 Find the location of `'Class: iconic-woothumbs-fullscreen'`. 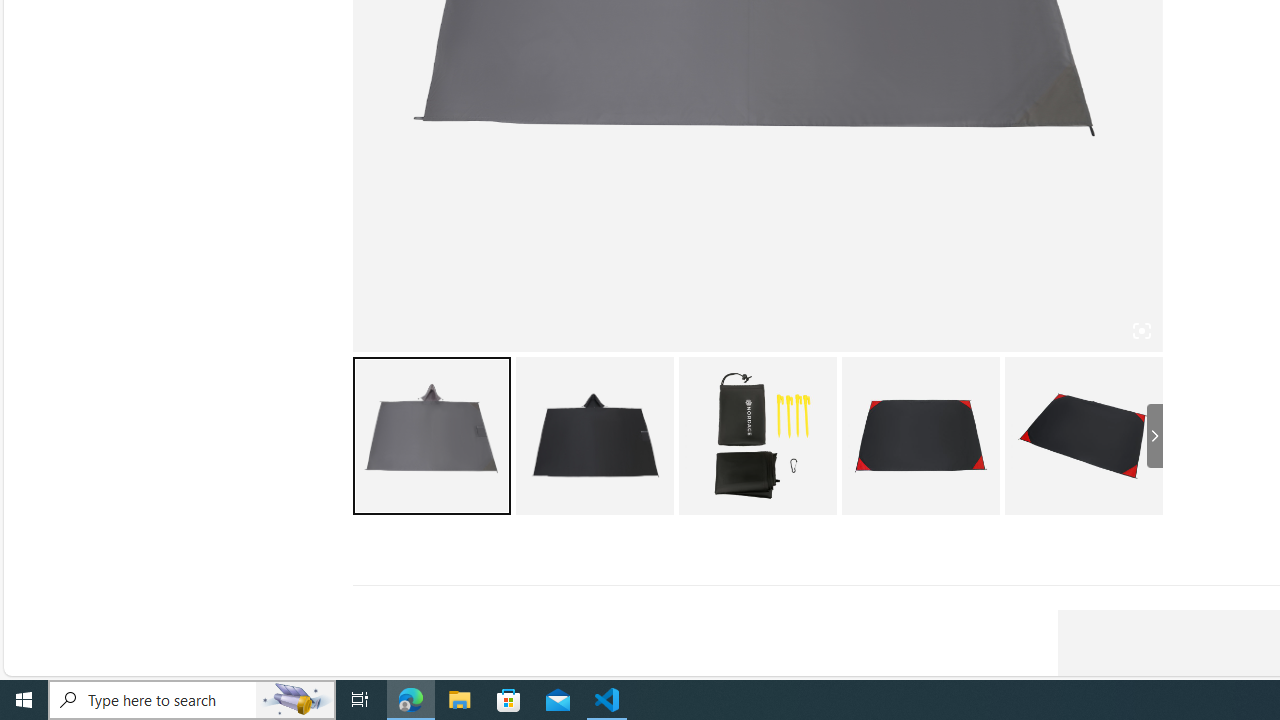

'Class: iconic-woothumbs-fullscreen' is located at coordinates (1141, 330).